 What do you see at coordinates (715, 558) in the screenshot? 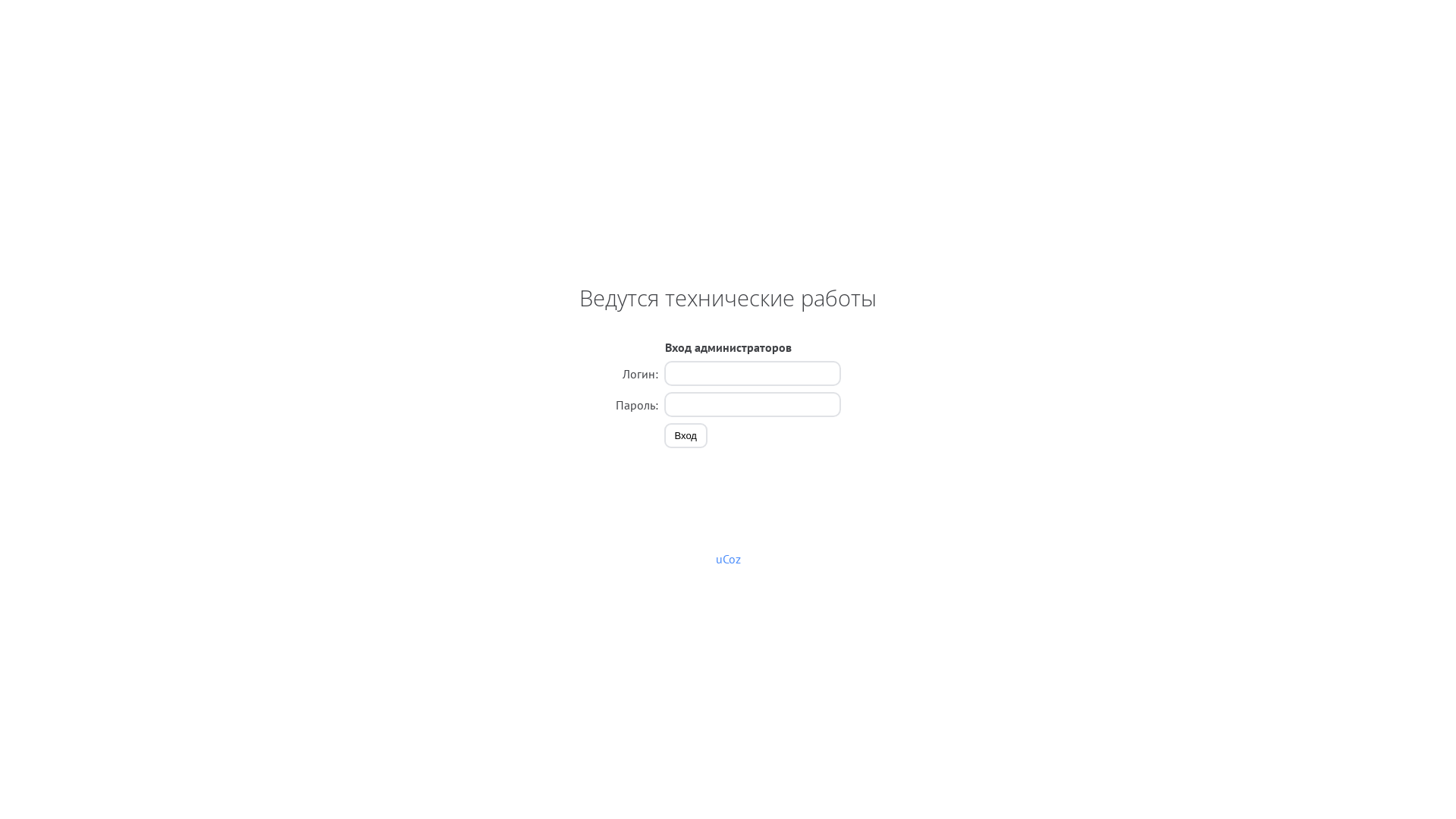
I see `'uCoz'` at bounding box center [715, 558].